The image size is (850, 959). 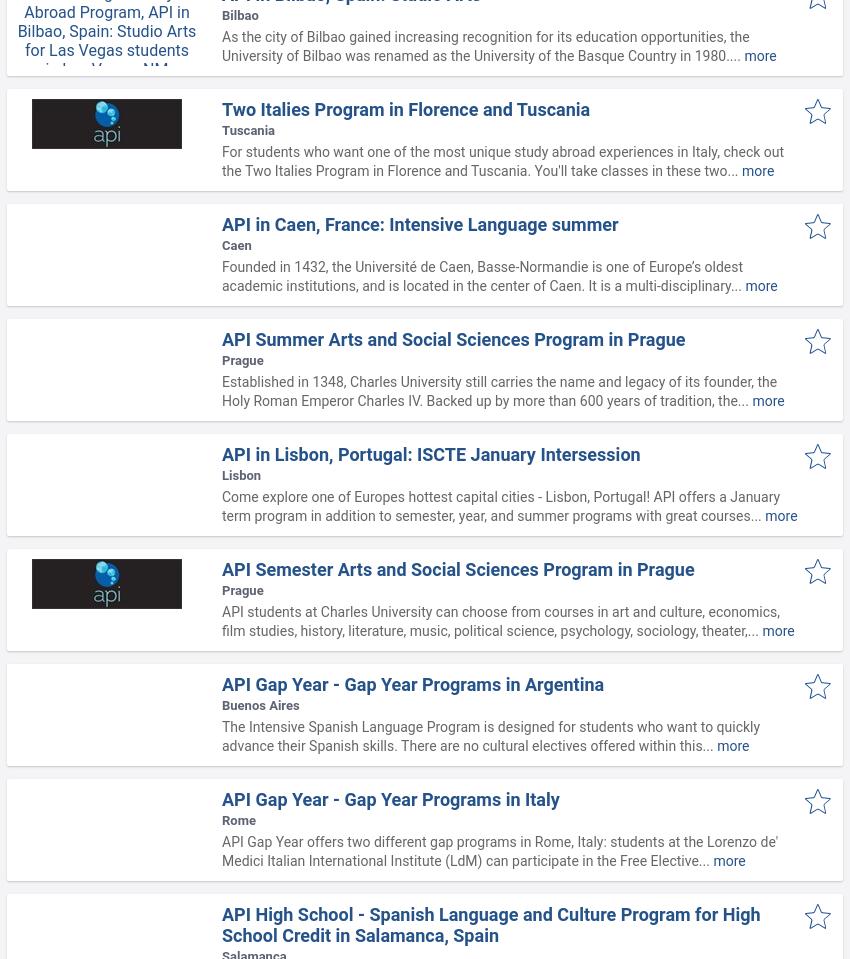 I want to click on 'The Intensive Spanish Language Program is designed for students who want to quickly advance their Spanish skills. There are no cultural electives offered within this...', so click(x=490, y=735).